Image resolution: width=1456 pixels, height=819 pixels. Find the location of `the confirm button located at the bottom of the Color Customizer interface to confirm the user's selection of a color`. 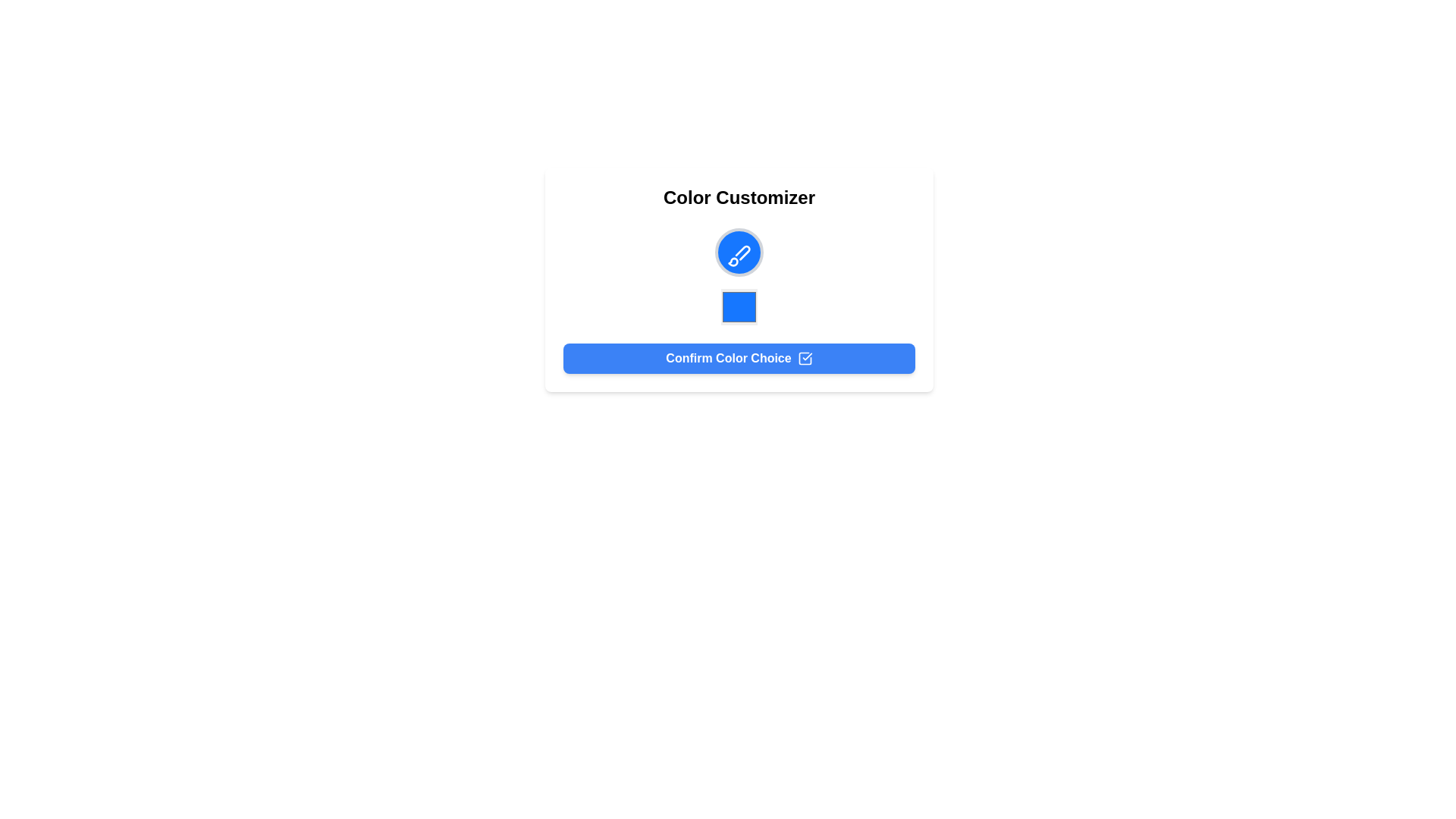

the confirm button located at the bottom of the Color Customizer interface to confirm the user's selection of a color is located at coordinates (739, 359).